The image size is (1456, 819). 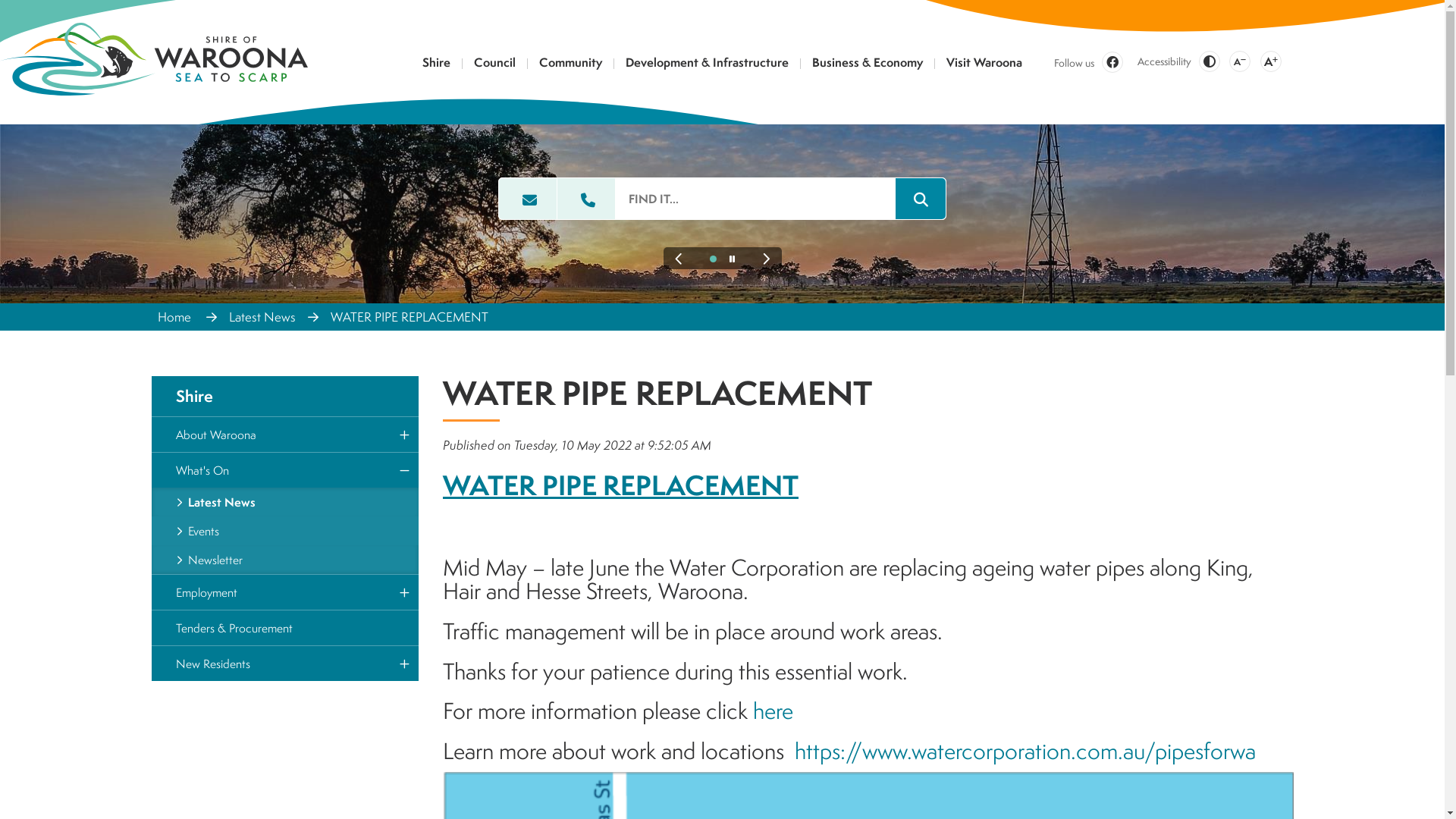 I want to click on 'Newsletter', so click(x=285, y=559).